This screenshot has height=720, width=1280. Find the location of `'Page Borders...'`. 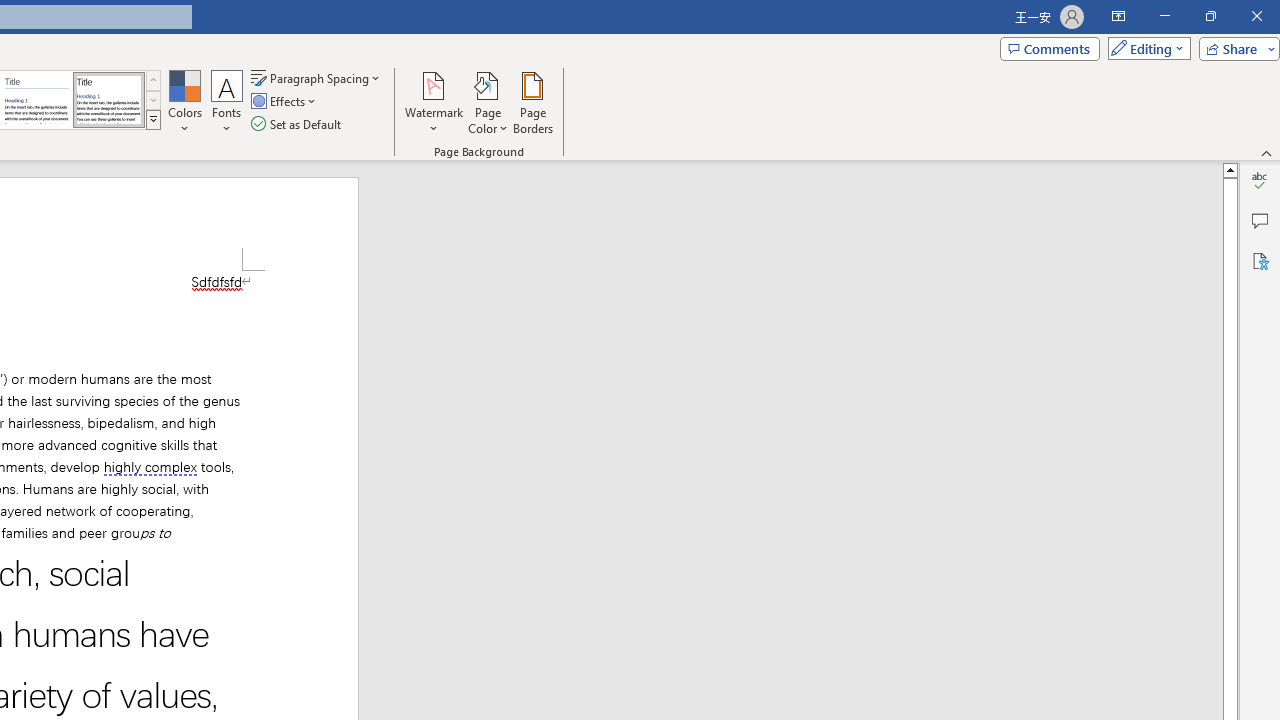

'Page Borders...' is located at coordinates (533, 103).